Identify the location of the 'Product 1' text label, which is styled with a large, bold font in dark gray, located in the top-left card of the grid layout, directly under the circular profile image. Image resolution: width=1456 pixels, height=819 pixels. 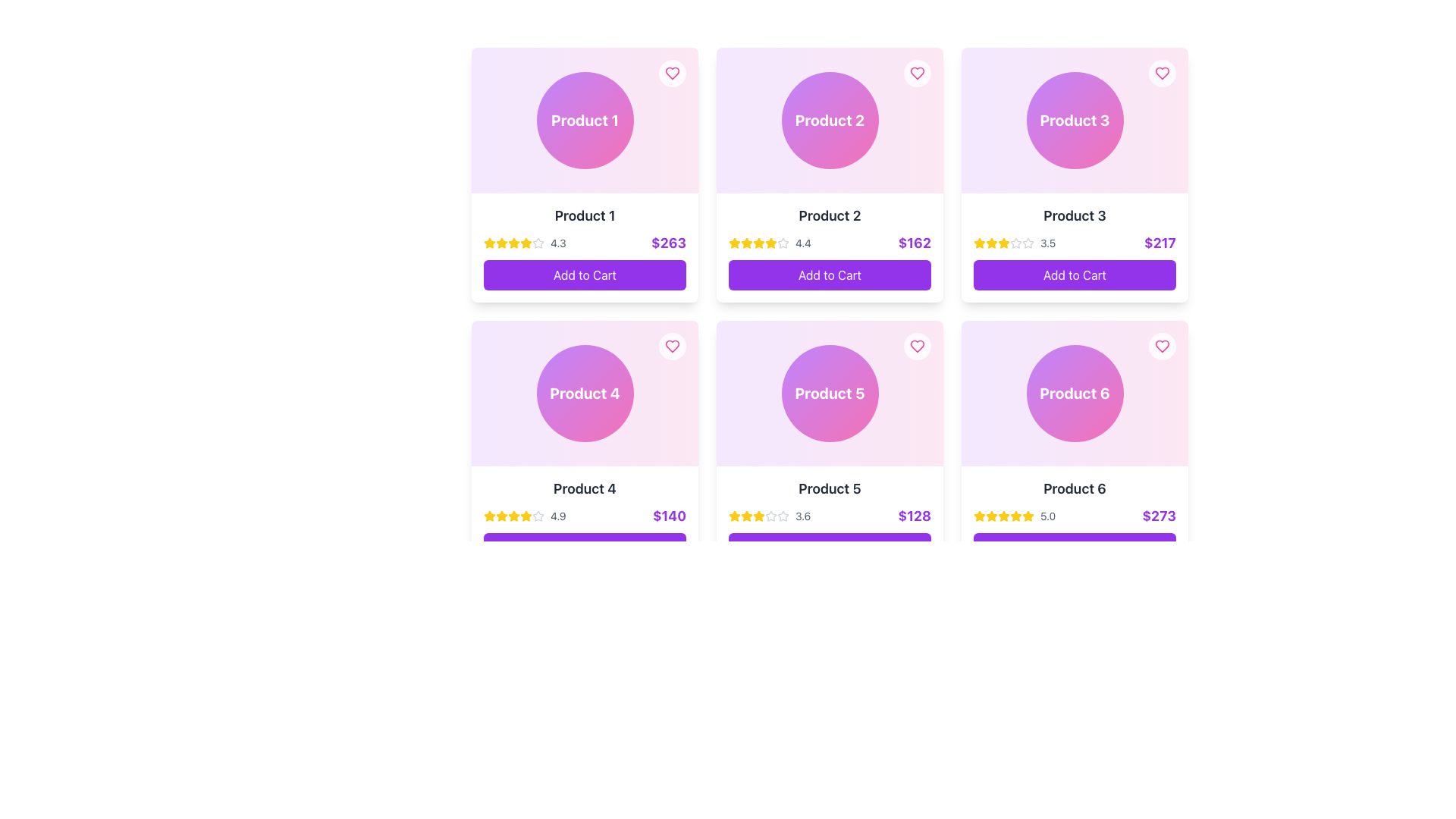
(584, 216).